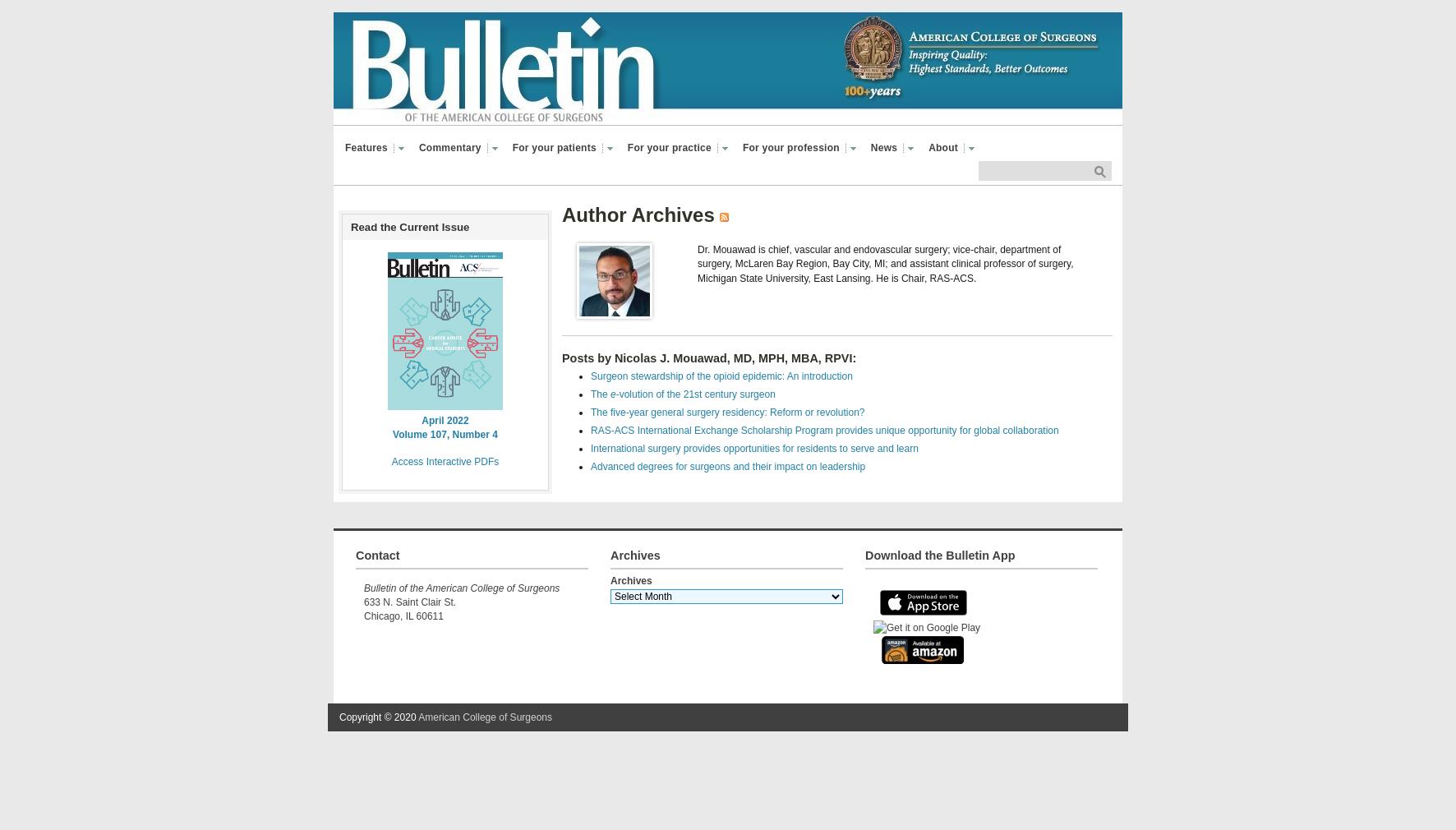  I want to click on 'Chicago, IL 60611', so click(403, 616).